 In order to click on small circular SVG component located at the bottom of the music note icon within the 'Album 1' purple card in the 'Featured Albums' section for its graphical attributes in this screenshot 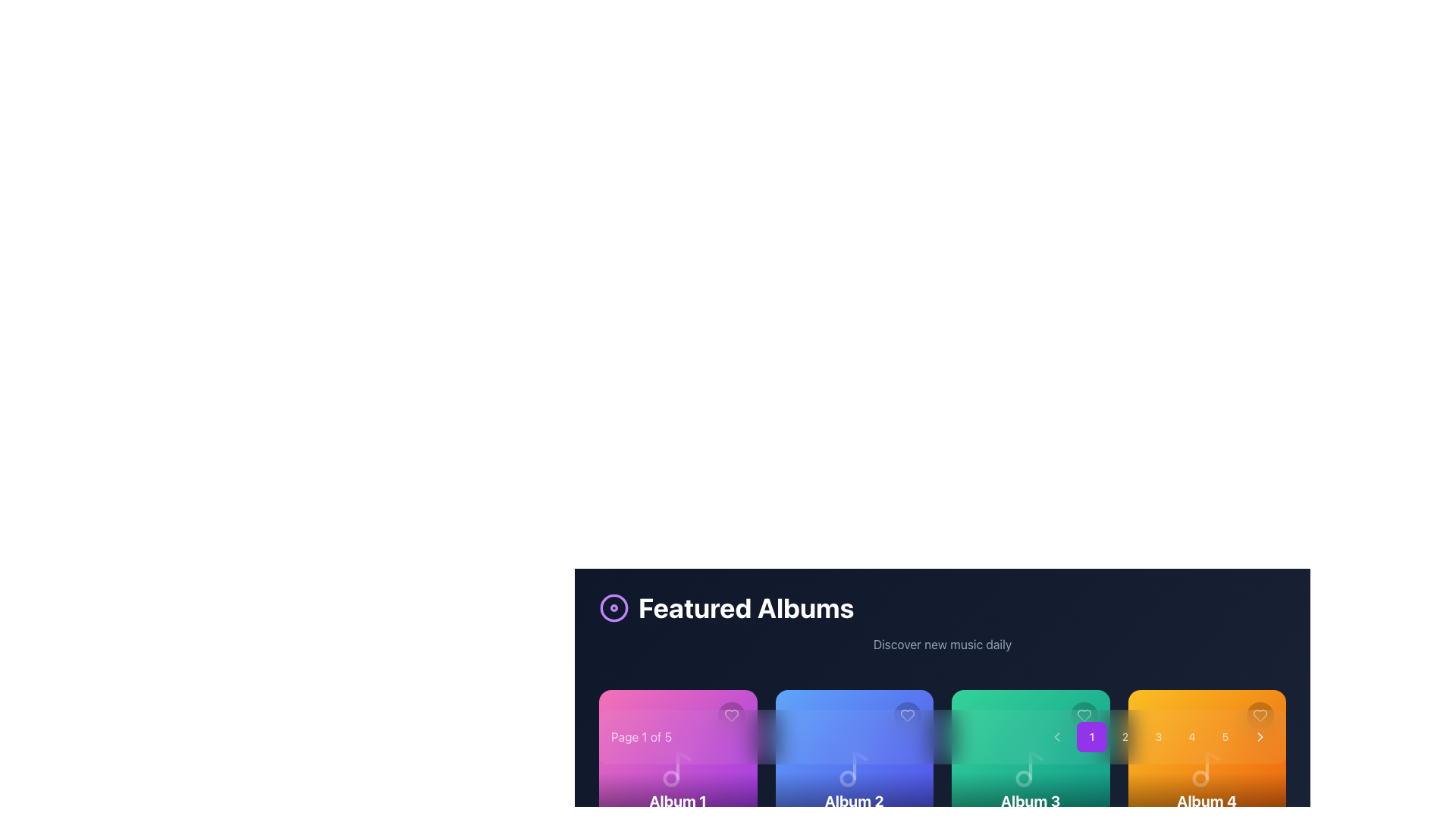, I will do `click(670, 779)`.